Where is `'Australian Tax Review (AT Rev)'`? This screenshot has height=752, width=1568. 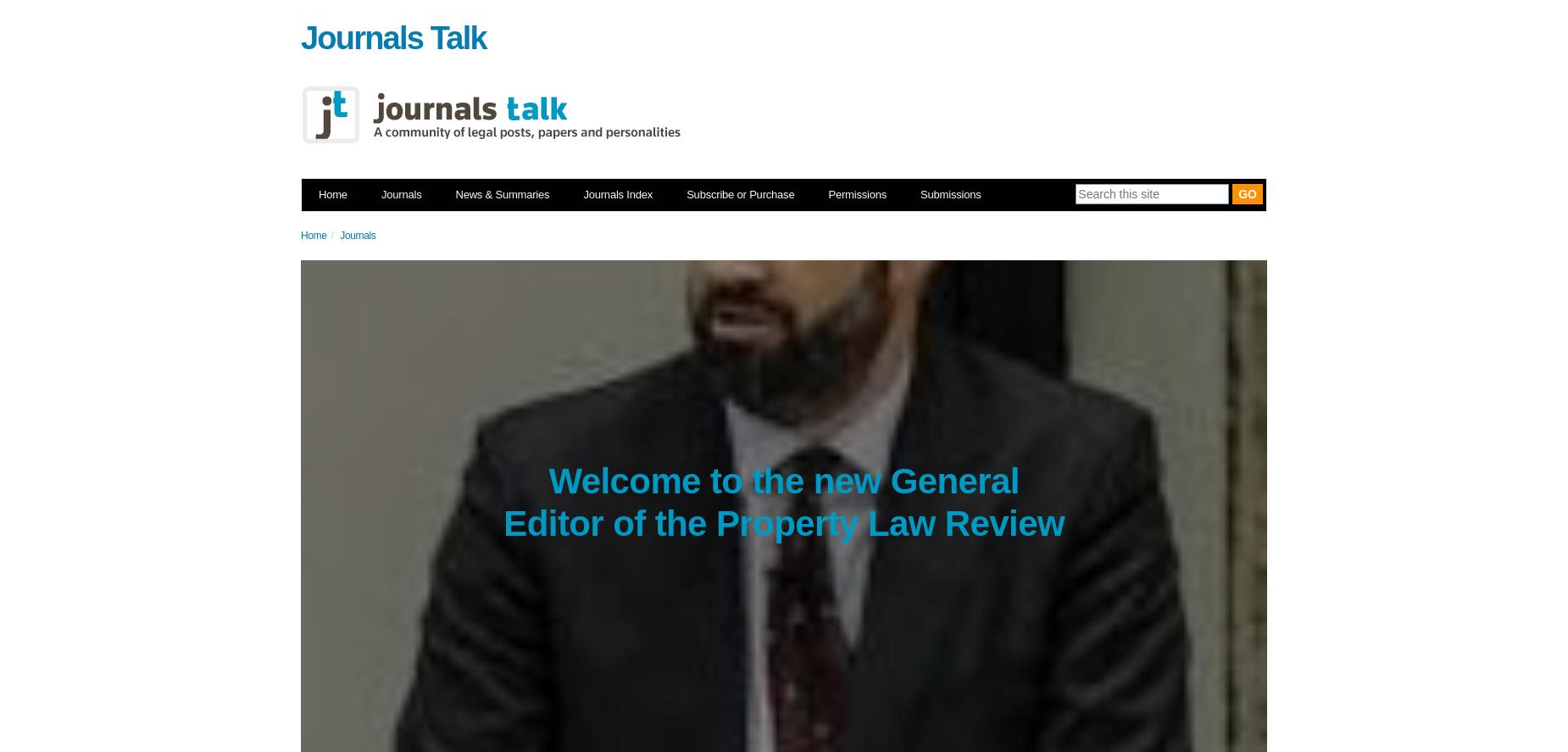
'Australian Tax Review (AT Rev)' is located at coordinates (698, 458).